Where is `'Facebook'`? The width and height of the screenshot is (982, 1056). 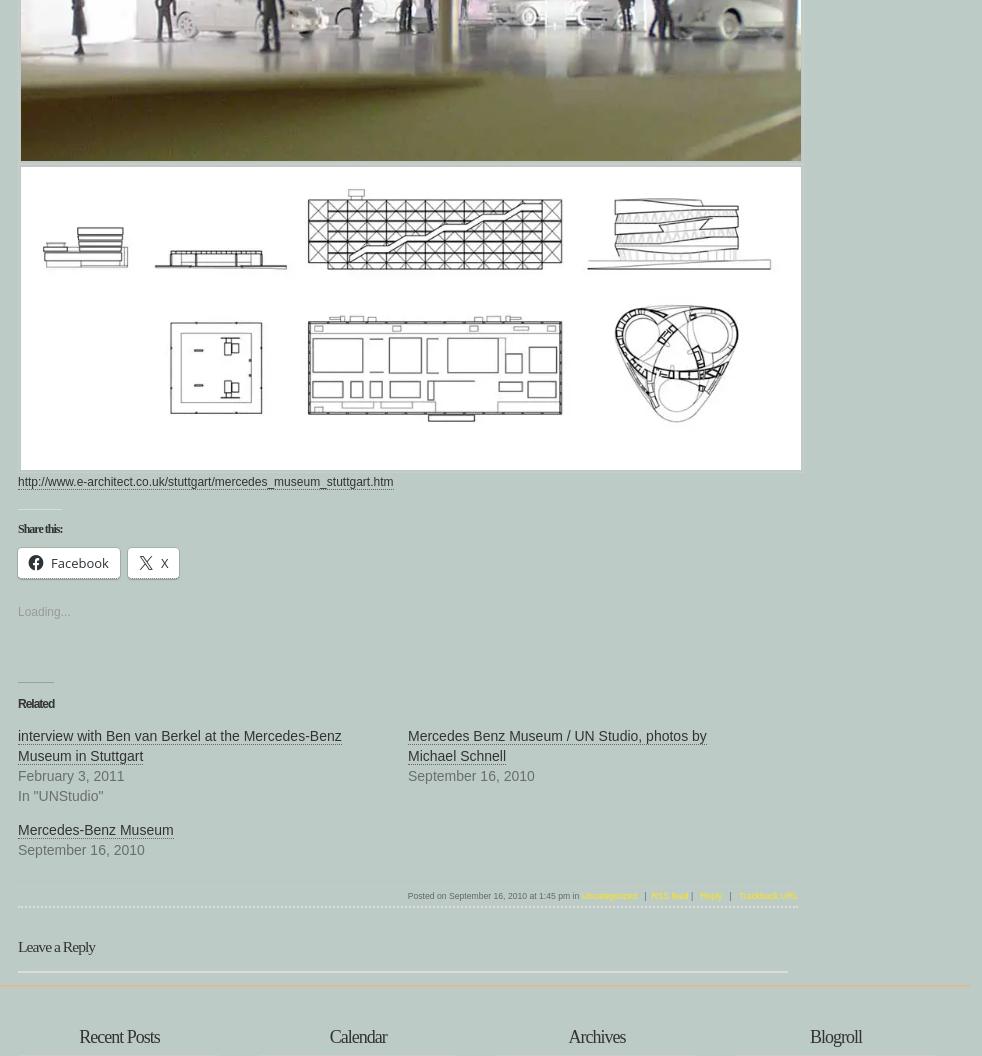
'Facebook' is located at coordinates (78, 562).